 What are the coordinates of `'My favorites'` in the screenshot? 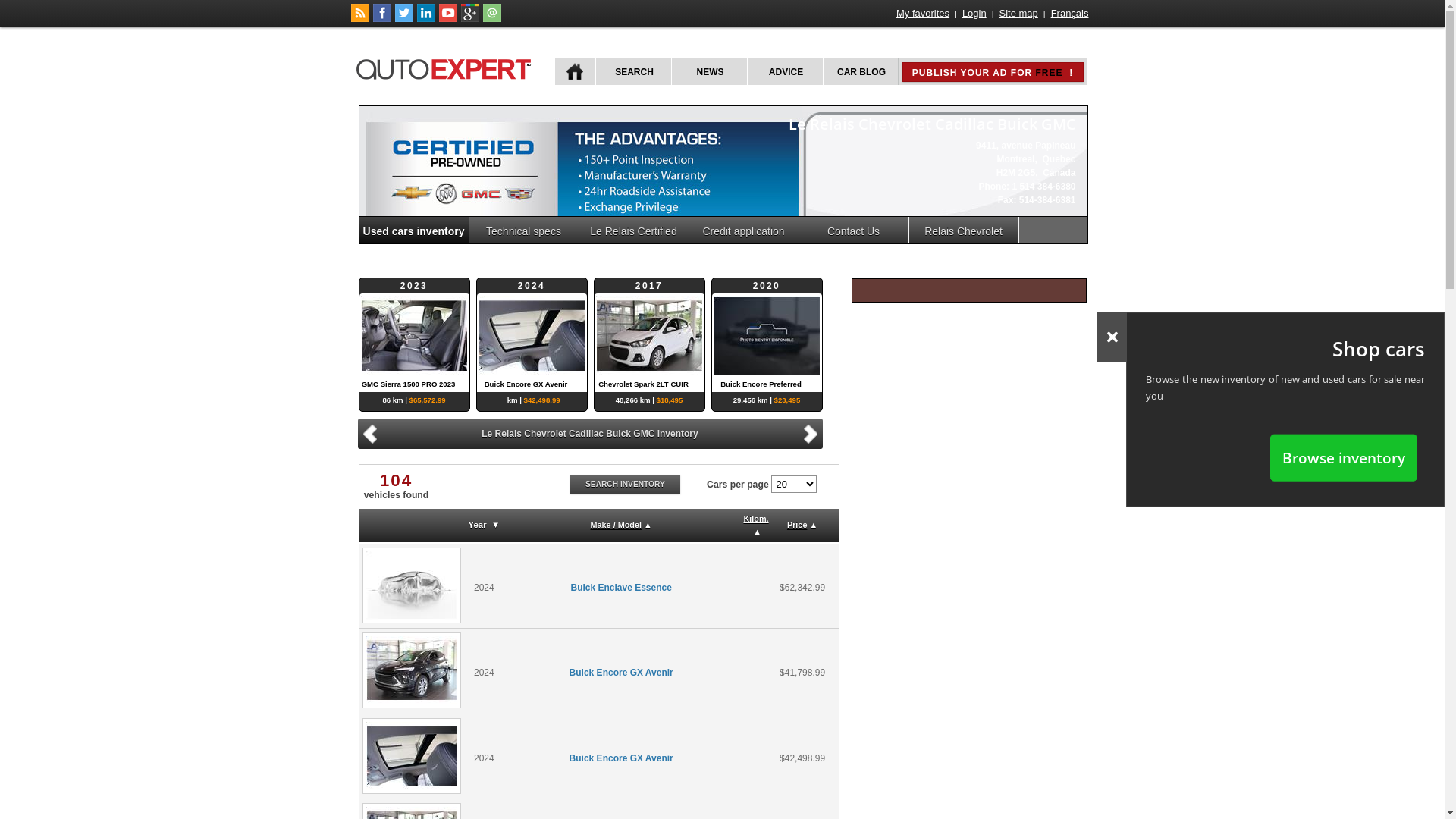 It's located at (922, 13).